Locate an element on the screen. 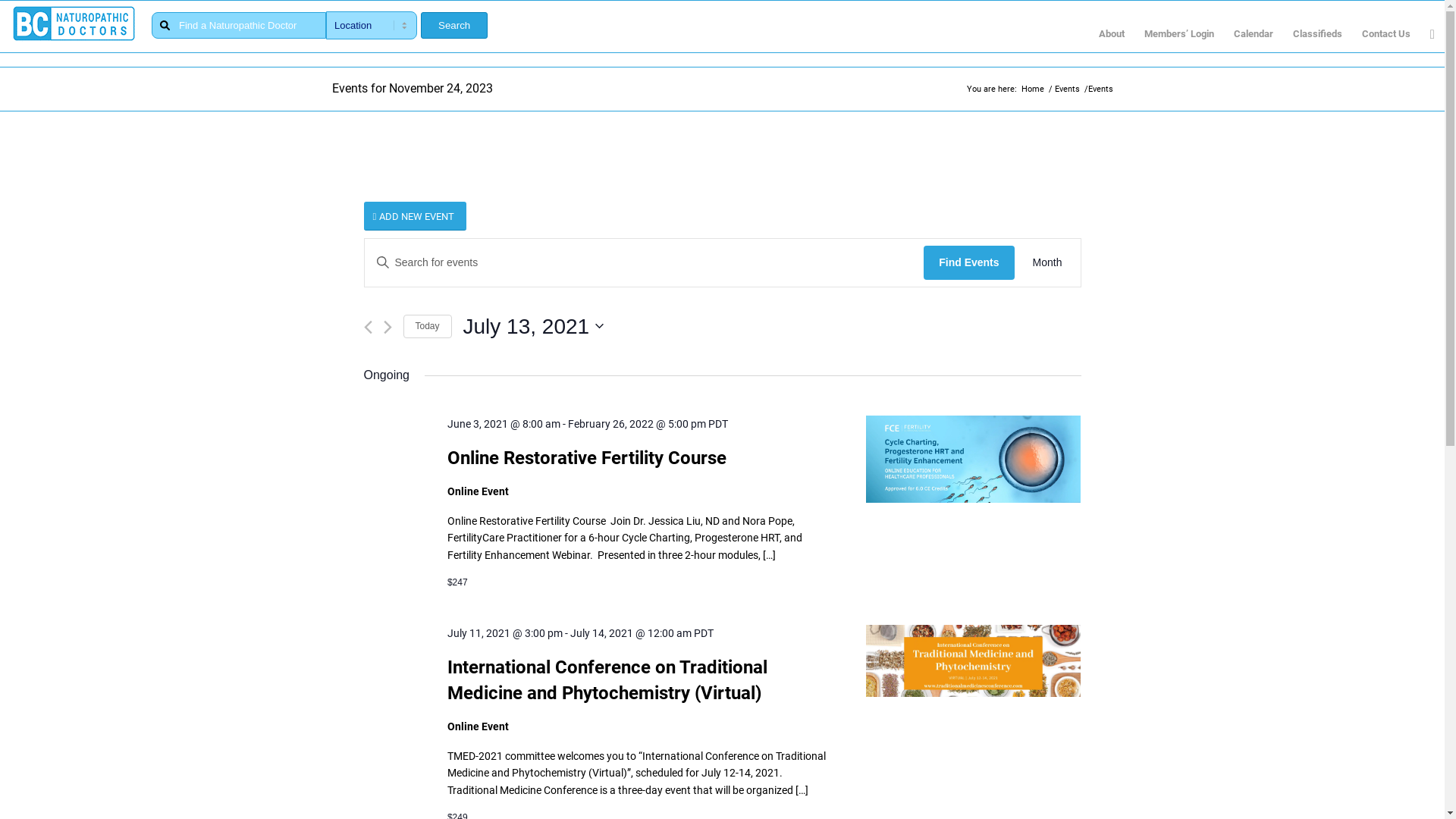 The image size is (1456, 819). 'Today' is located at coordinates (427, 325).